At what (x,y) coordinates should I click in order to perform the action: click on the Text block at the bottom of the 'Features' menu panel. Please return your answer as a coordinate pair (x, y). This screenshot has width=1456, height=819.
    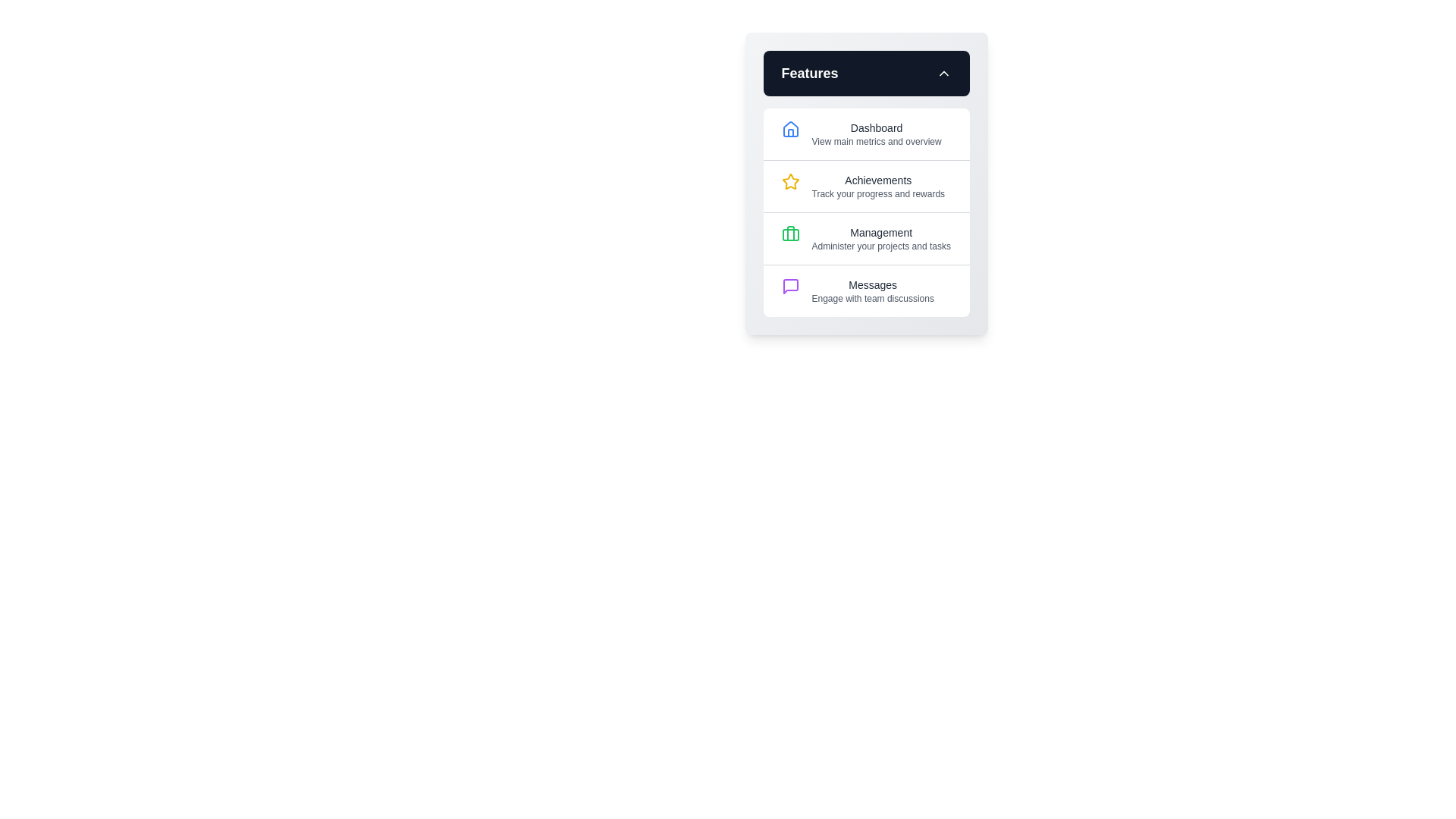
    Looking at the image, I should click on (873, 291).